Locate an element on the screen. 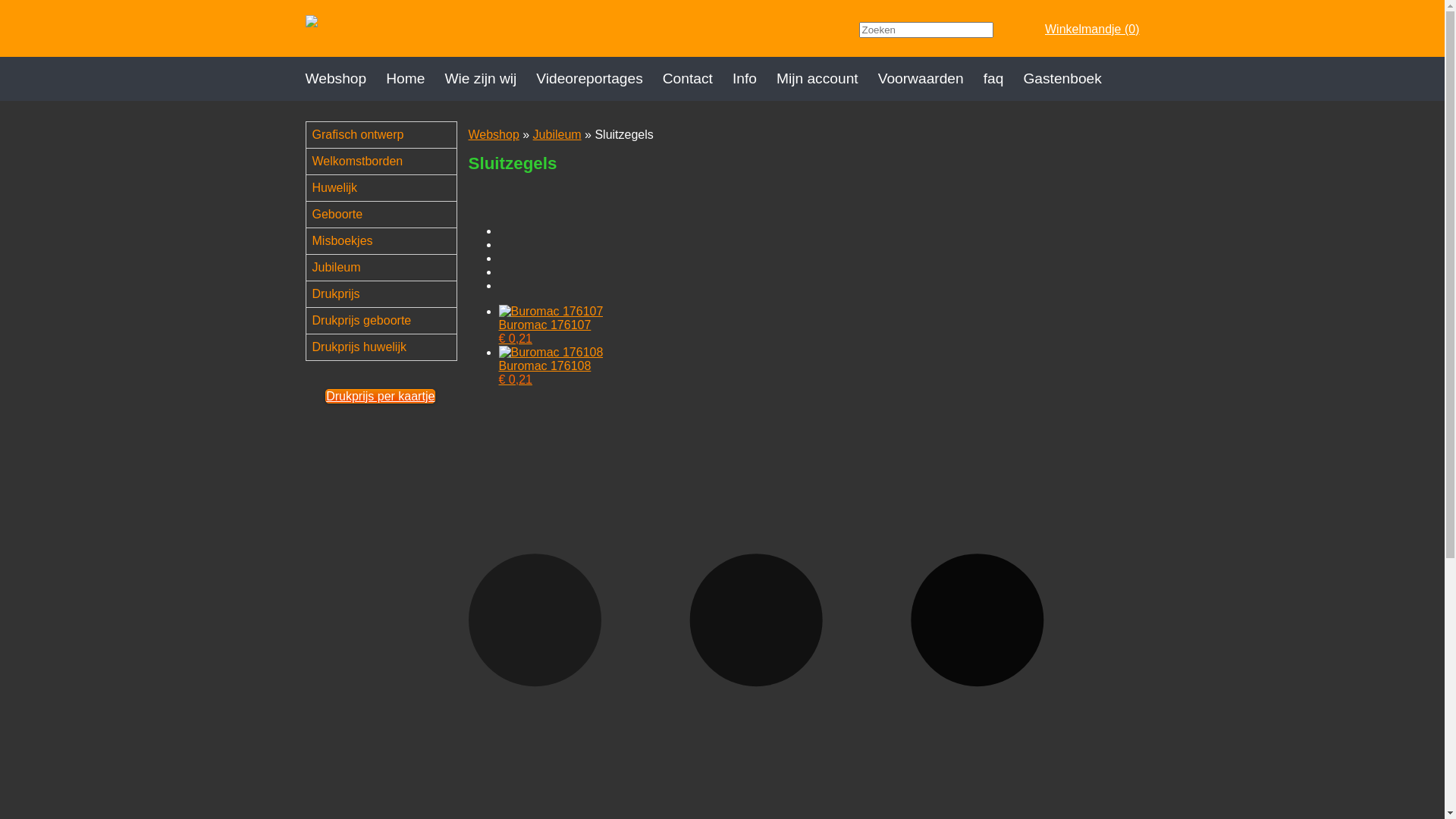  'Huwelijk' is located at coordinates (387, 187).